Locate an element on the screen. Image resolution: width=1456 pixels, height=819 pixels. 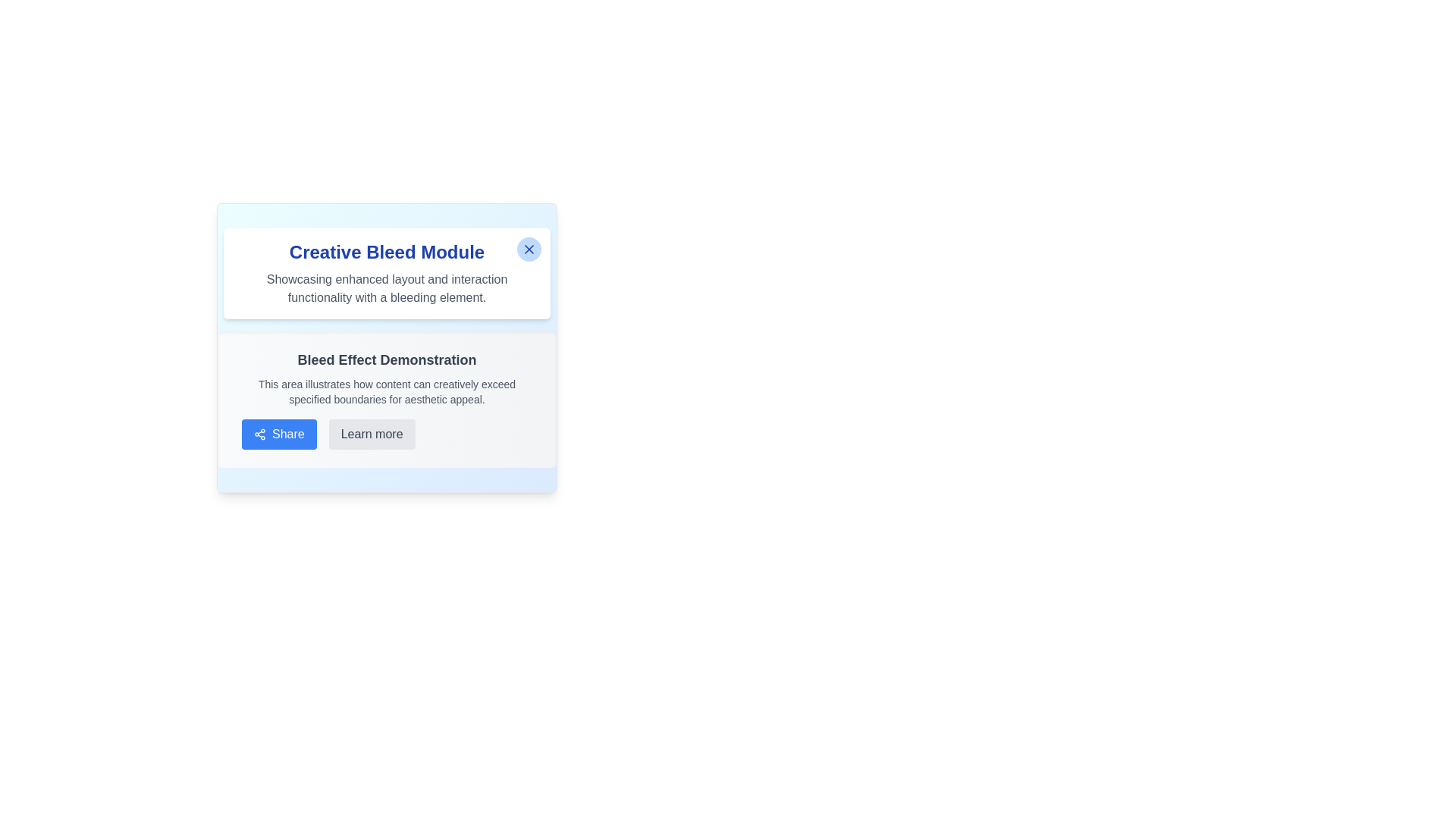
the 'Learn more' button, which is a rectangular button with a light gray background and dark gray text, located to the right of the 'Share' button is located at coordinates (372, 435).